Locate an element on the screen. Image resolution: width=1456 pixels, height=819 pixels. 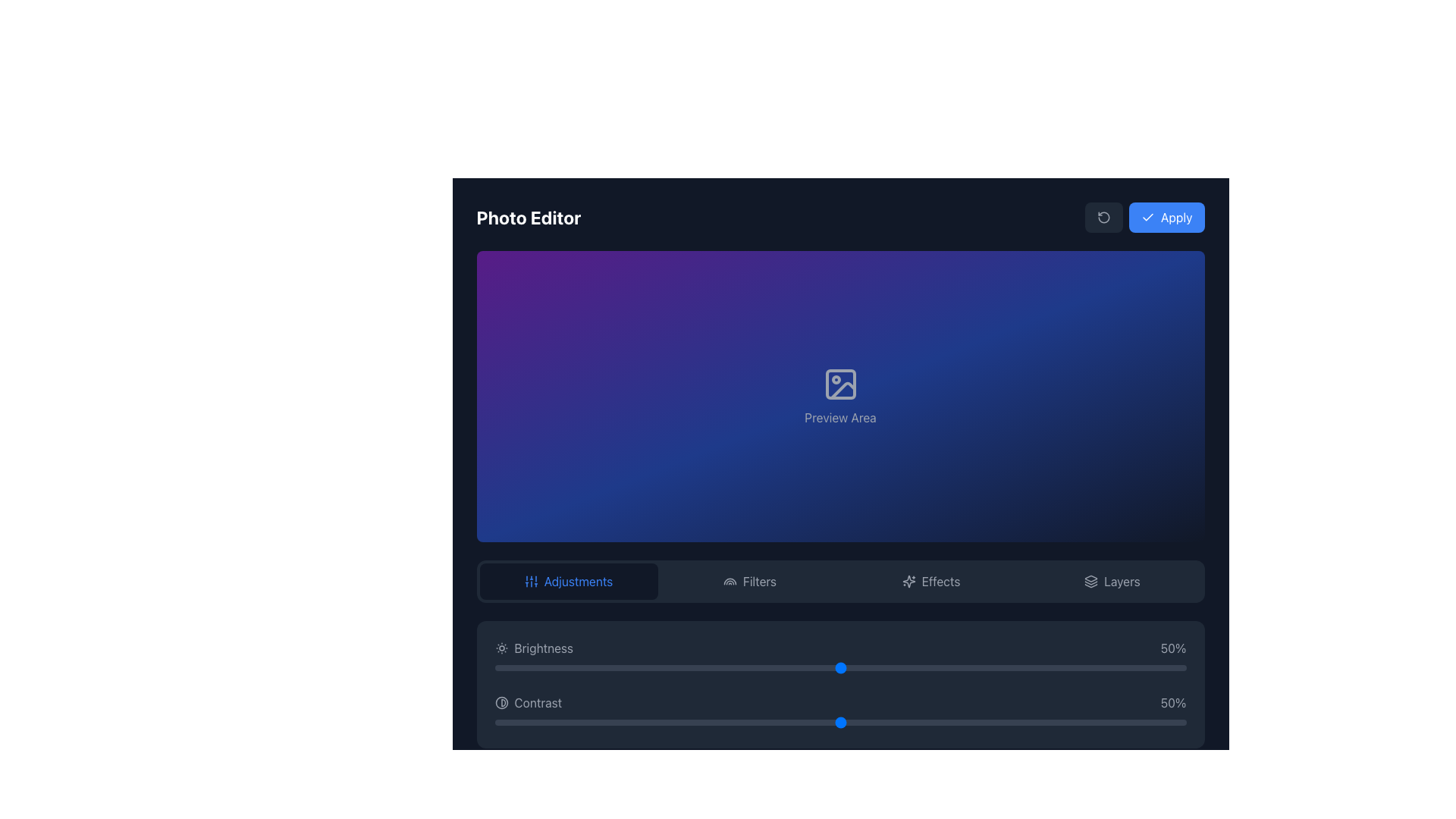
the minimalistic vertical sliders icon, which consists of three vertical bars with horizontal lines is located at coordinates (531, 581).